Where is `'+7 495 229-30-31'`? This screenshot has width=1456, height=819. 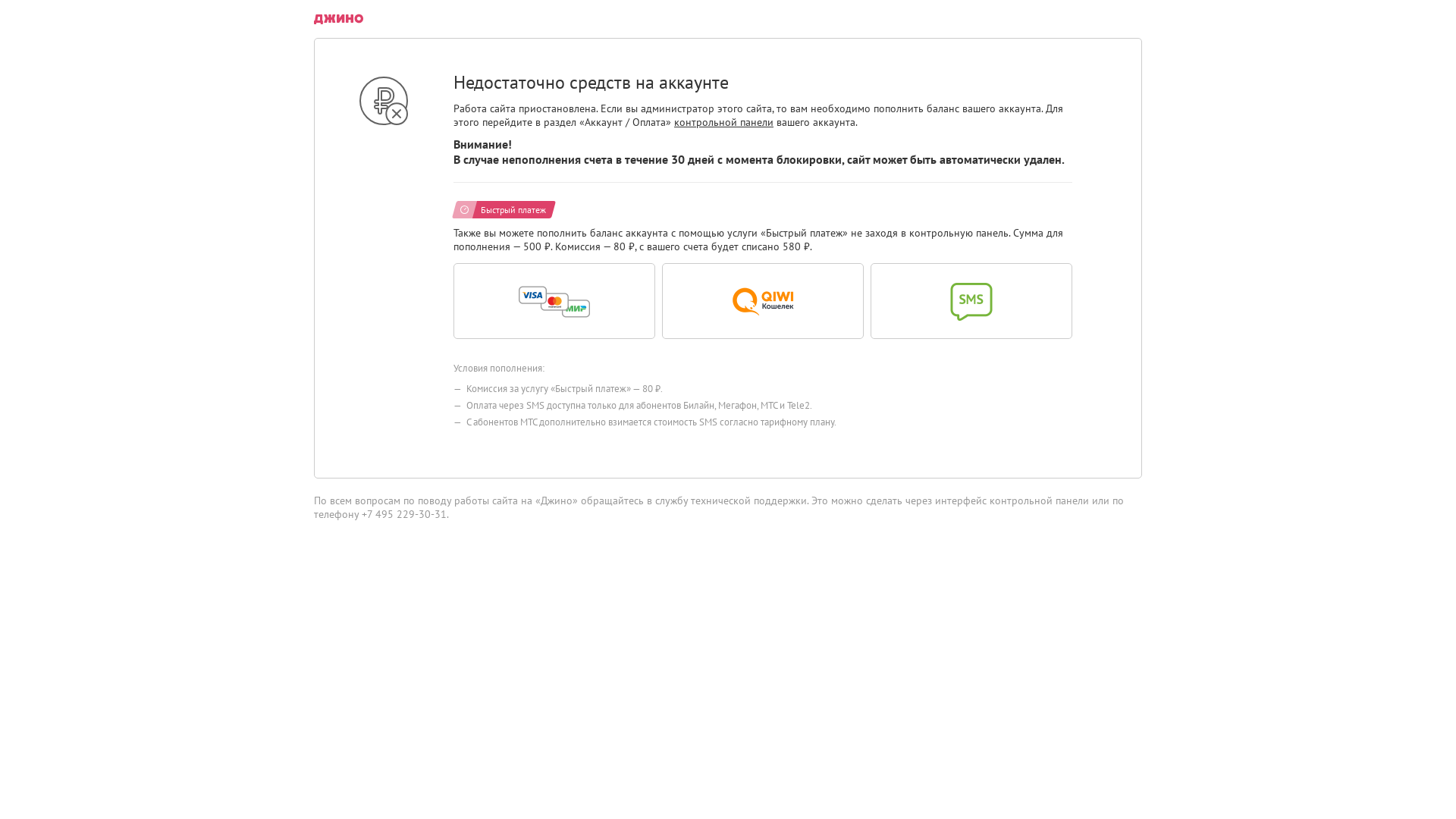
'+7 495 229-30-31' is located at coordinates (403, 513).